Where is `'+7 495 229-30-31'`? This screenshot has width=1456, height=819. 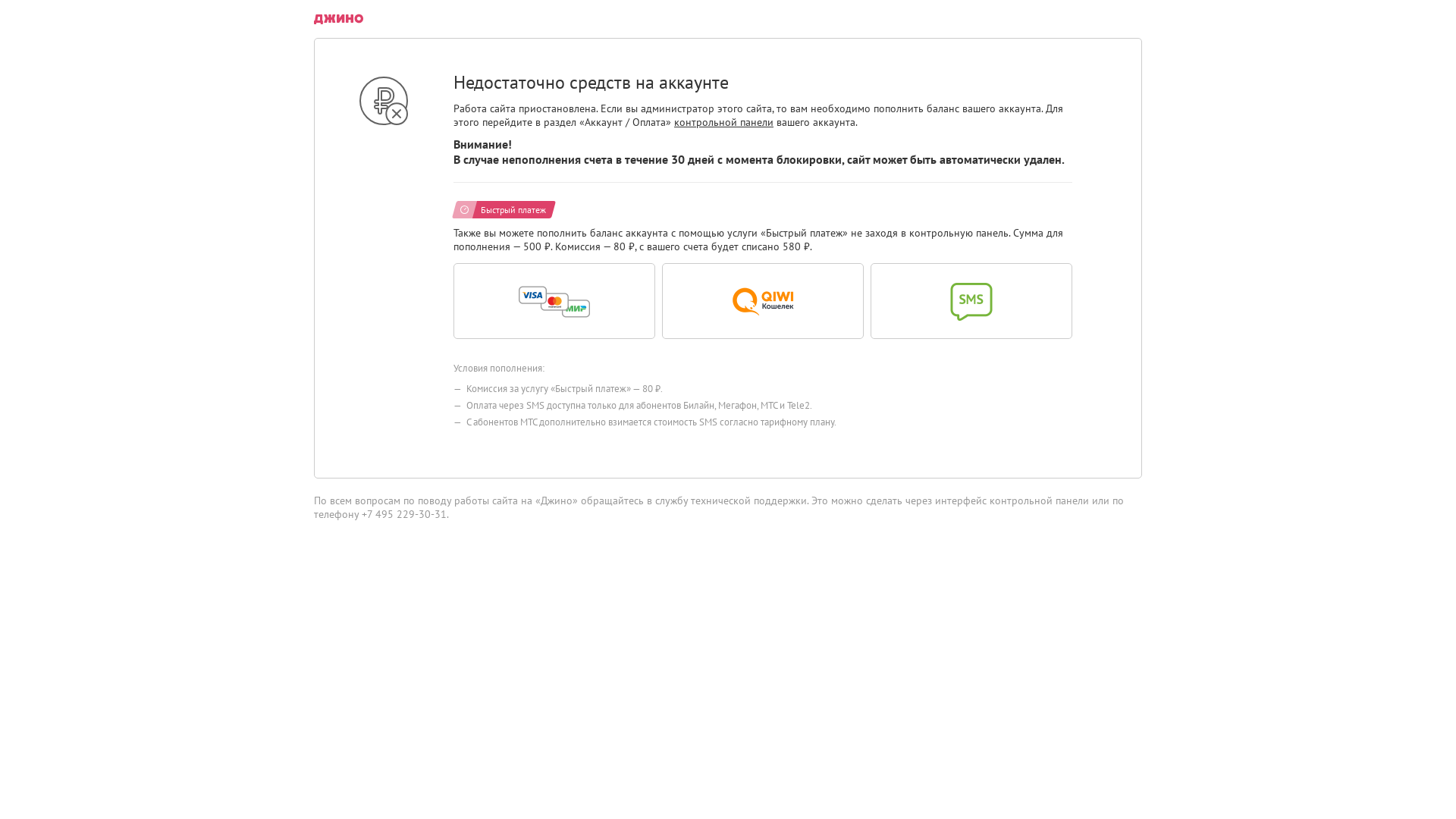
'+7 495 229-30-31' is located at coordinates (403, 513).